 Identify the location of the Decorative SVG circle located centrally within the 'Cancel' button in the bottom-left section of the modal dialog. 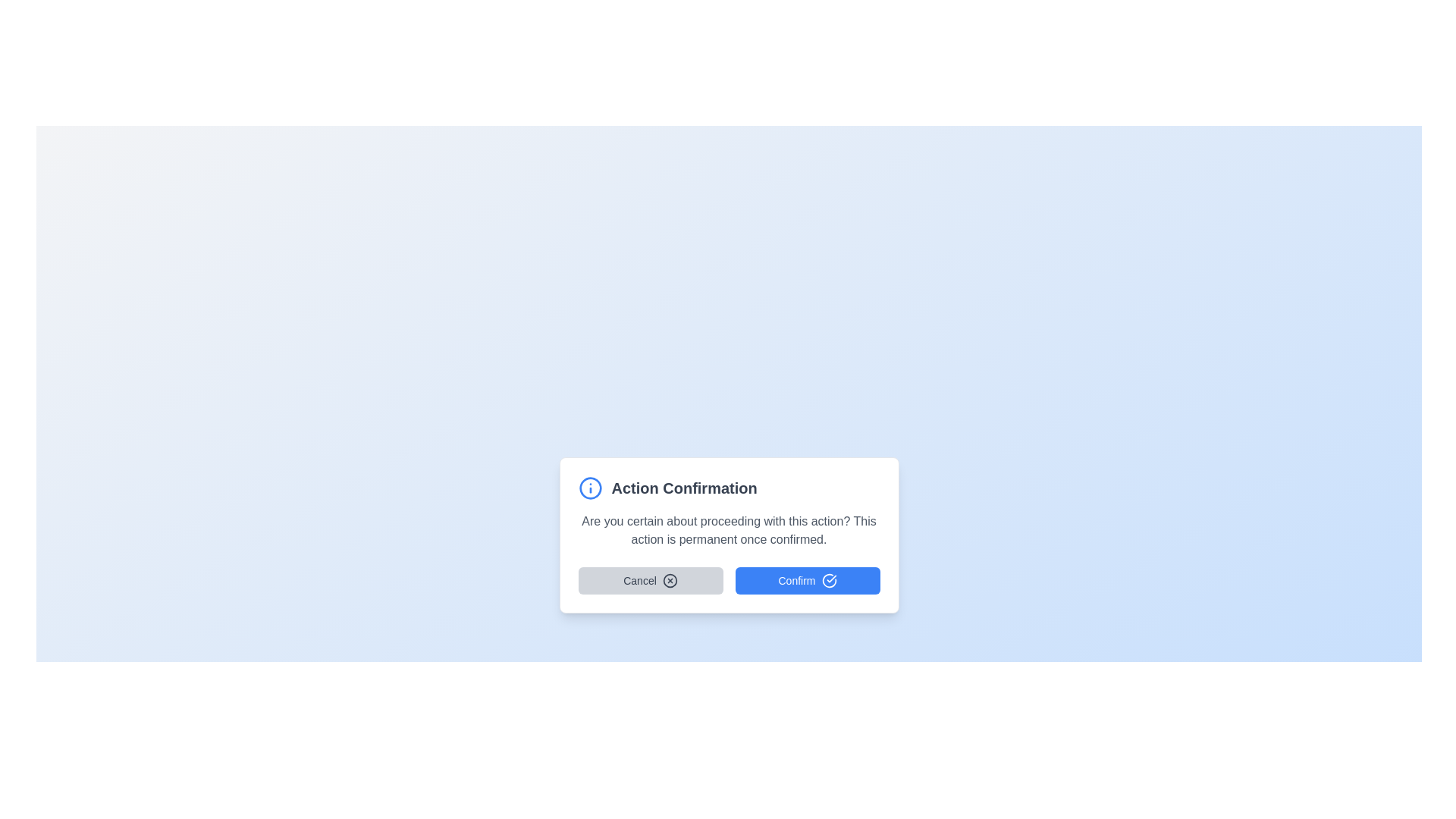
(669, 580).